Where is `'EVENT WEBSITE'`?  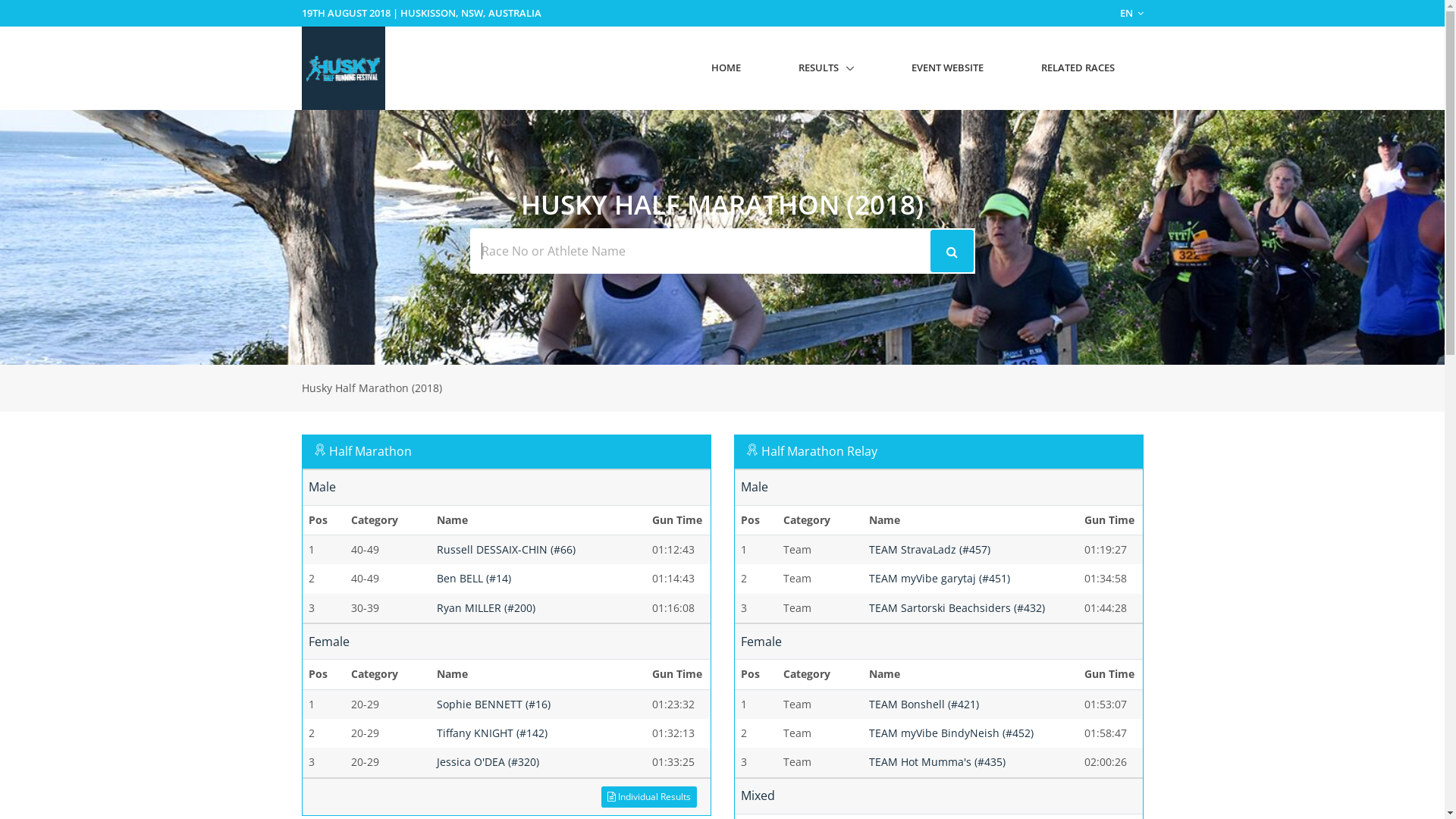
'EVENT WEBSITE' is located at coordinates (946, 67).